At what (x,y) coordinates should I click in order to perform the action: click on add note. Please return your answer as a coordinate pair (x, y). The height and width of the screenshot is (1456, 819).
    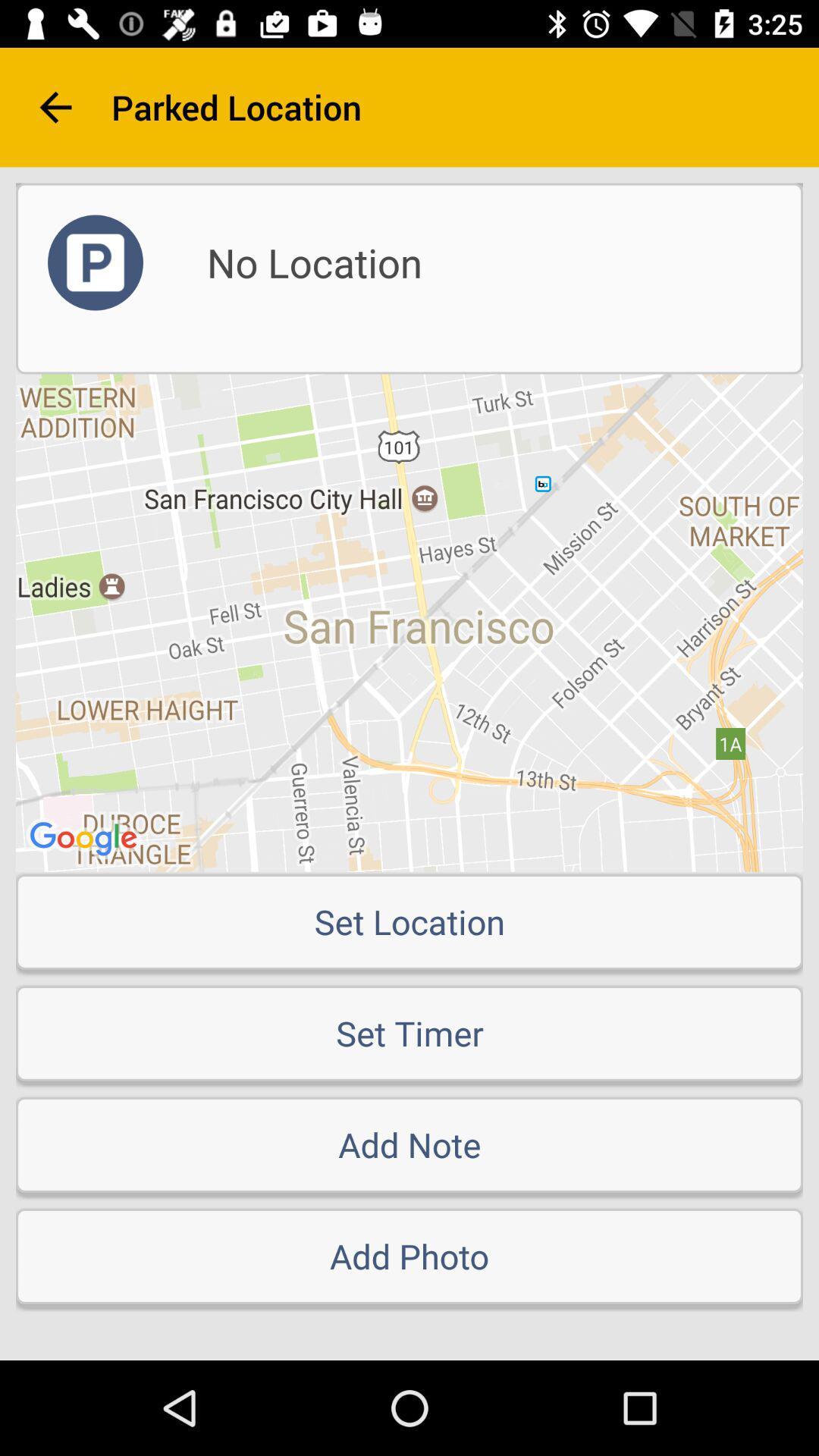
    Looking at the image, I should click on (409, 1144).